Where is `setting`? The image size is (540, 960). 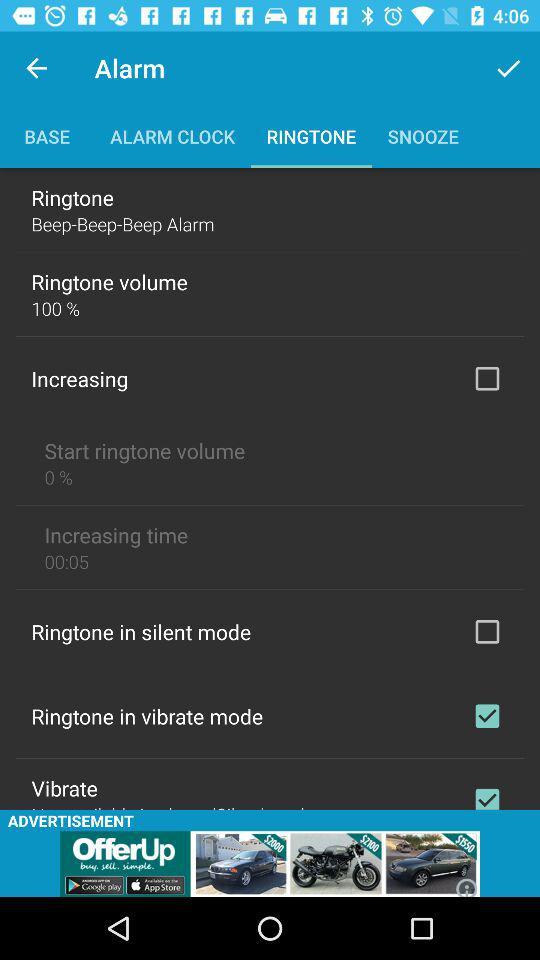 setting is located at coordinates (486, 716).